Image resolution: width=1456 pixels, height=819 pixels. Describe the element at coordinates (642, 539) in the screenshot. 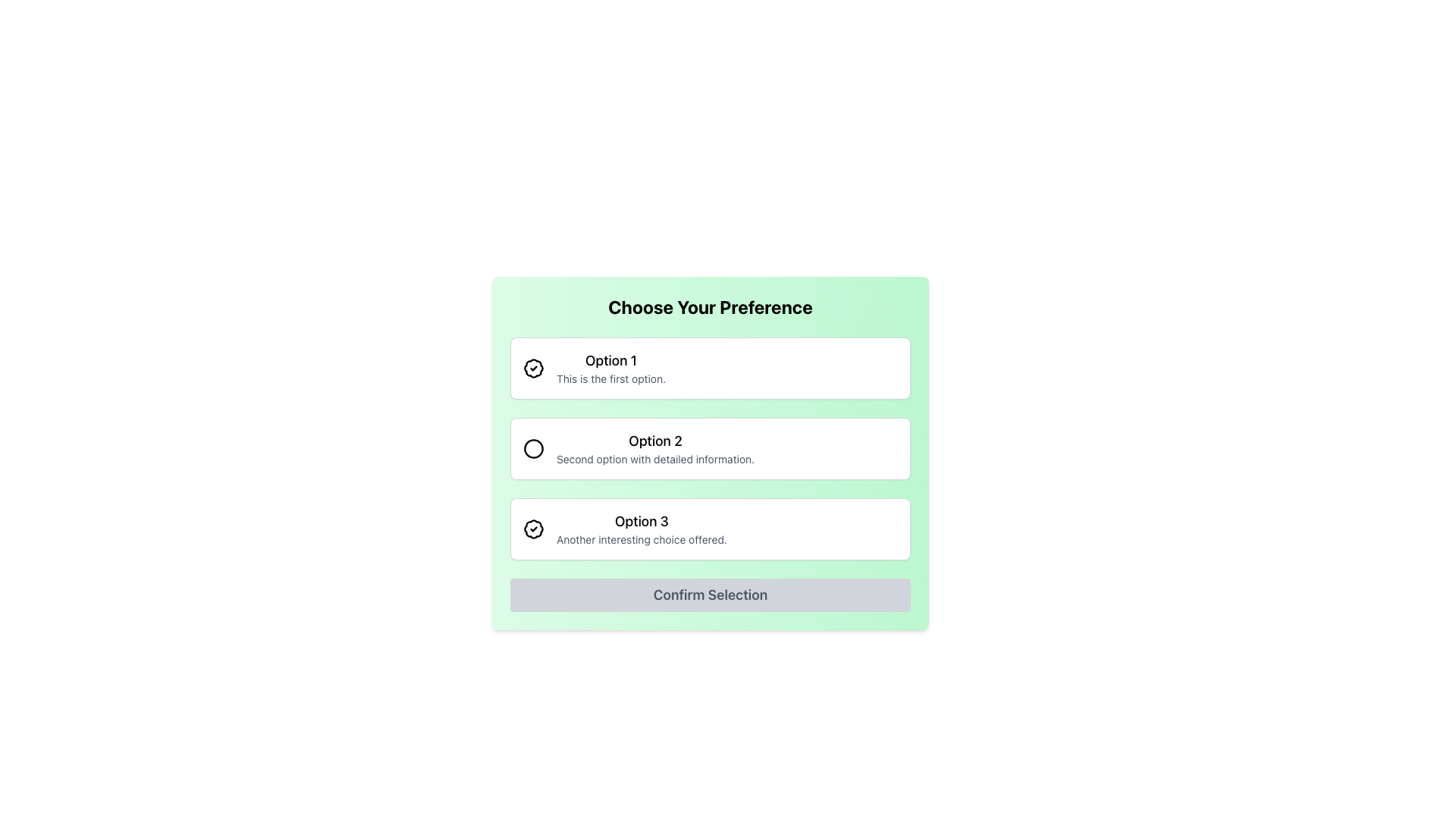

I see `the text label that provides additional descriptive information about 'Option 3', located below the text 'Option 3'` at that location.